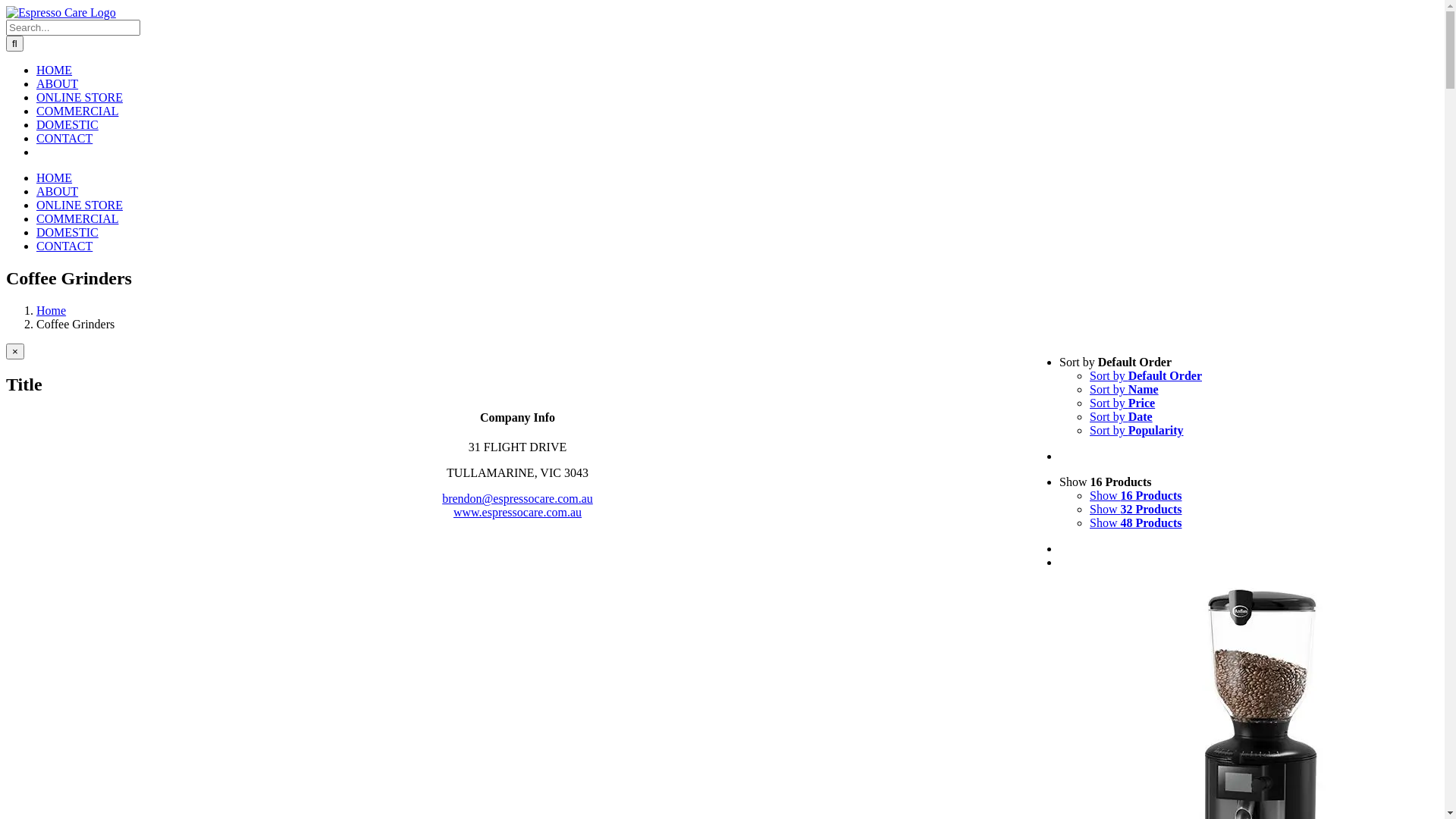  What do you see at coordinates (1136, 430) in the screenshot?
I see `'Sort by Popularity'` at bounding box center [1136, 430].